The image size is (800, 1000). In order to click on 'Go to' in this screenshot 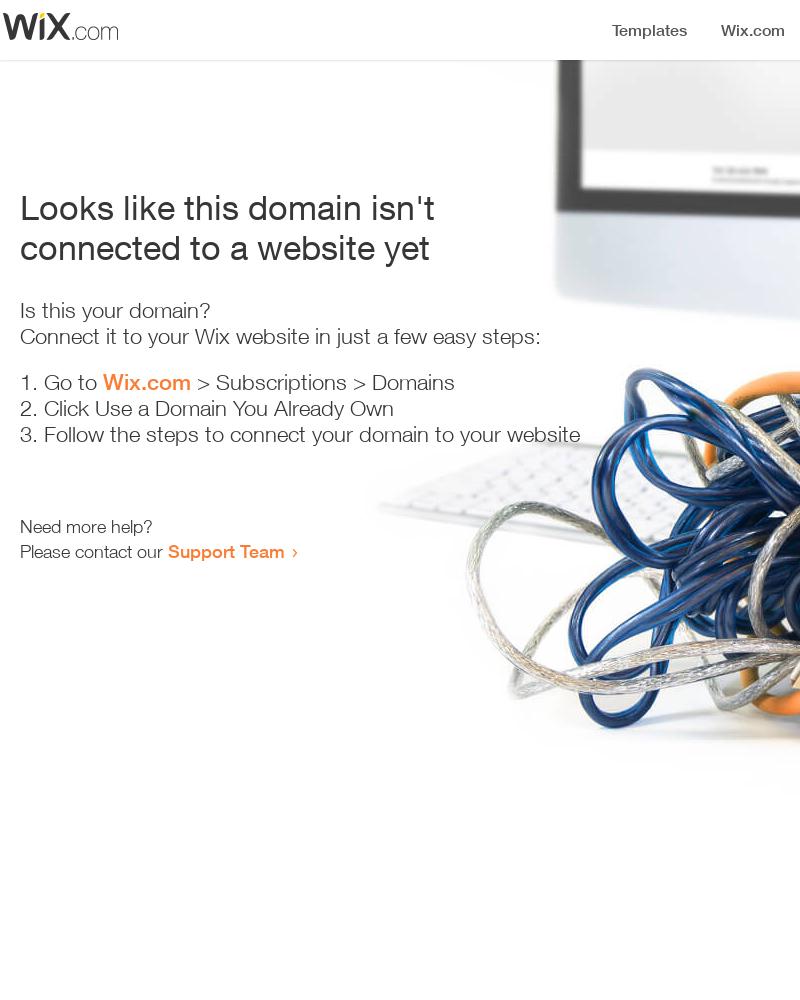, I will do `click(73, 382)`.